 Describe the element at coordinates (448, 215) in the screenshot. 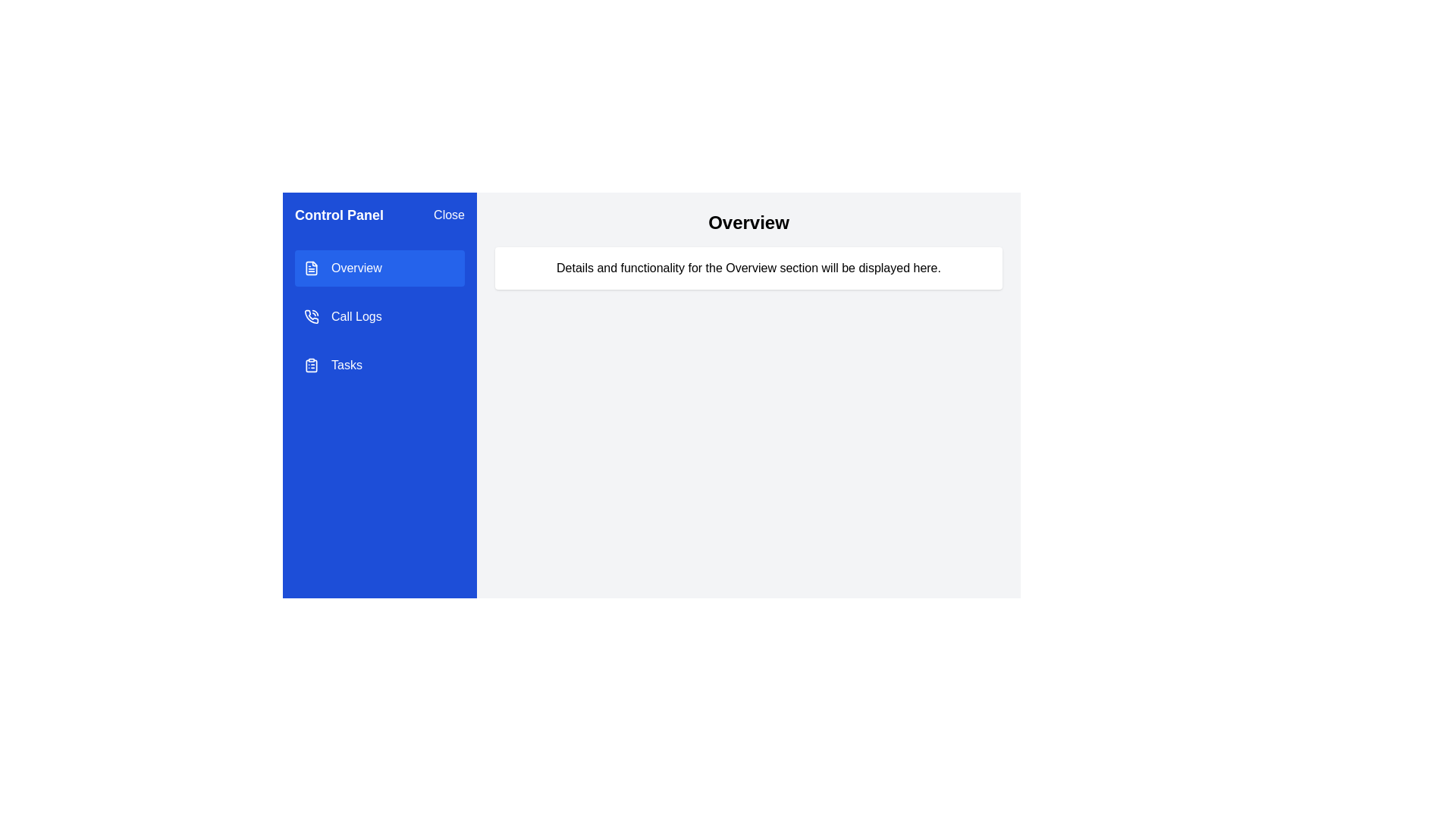

I see `close button in the drawer to close it` at that location.